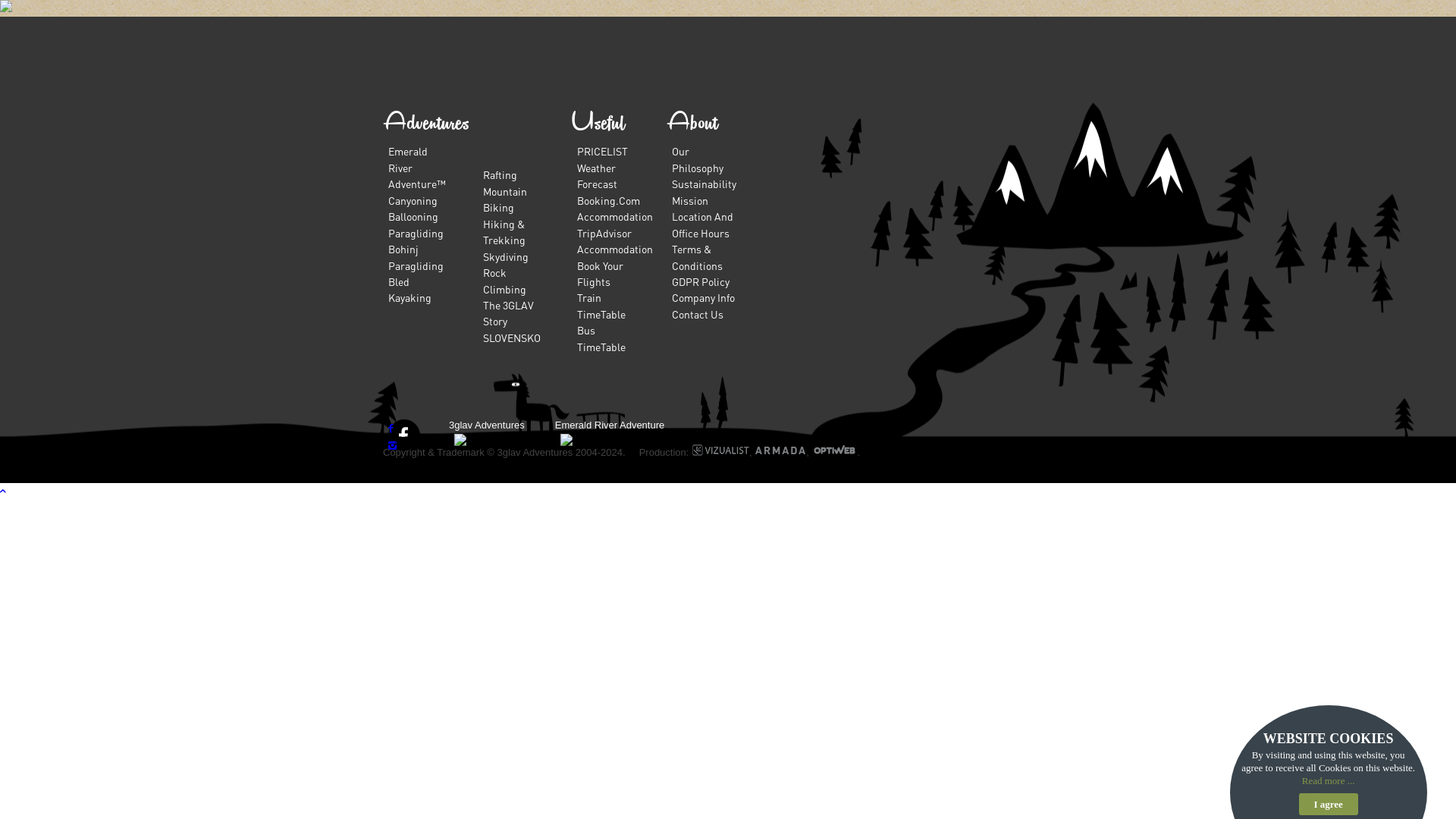 This screenshot has height=819, width=1456. I want to click on 'Scroll to top', so click(0, 491).